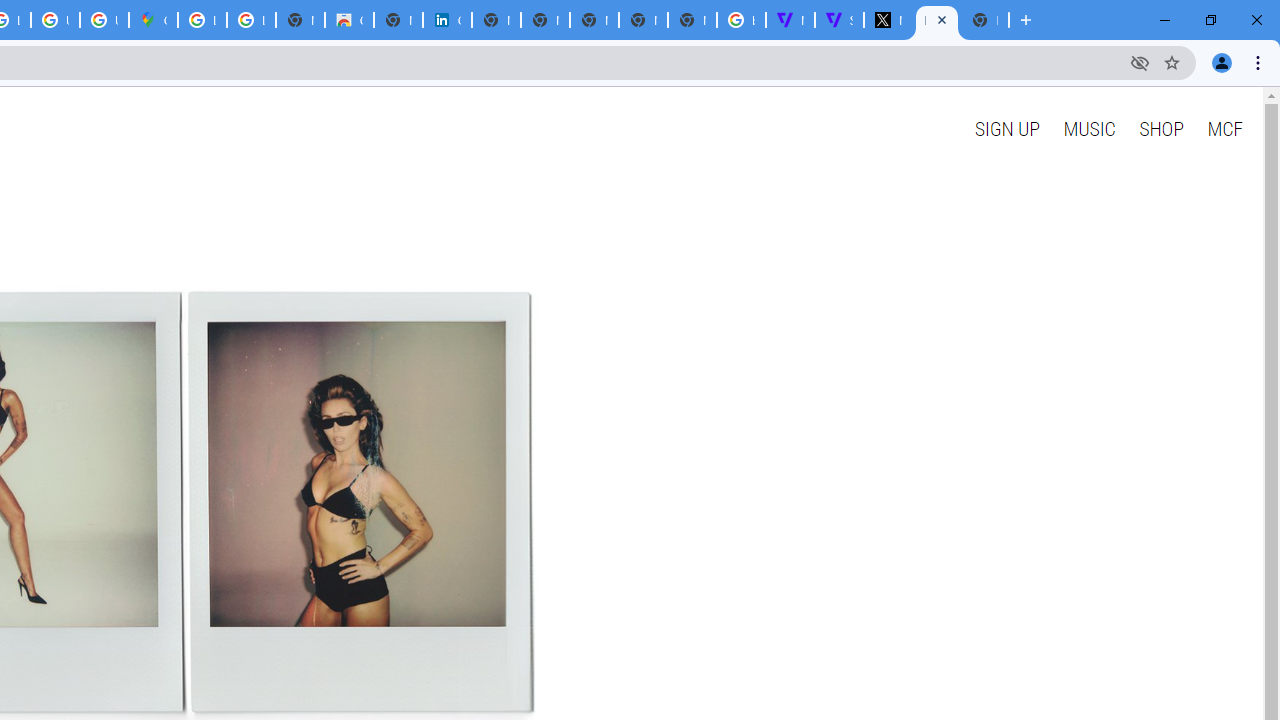  I want to click on 'New Tab', so click(984, 20).